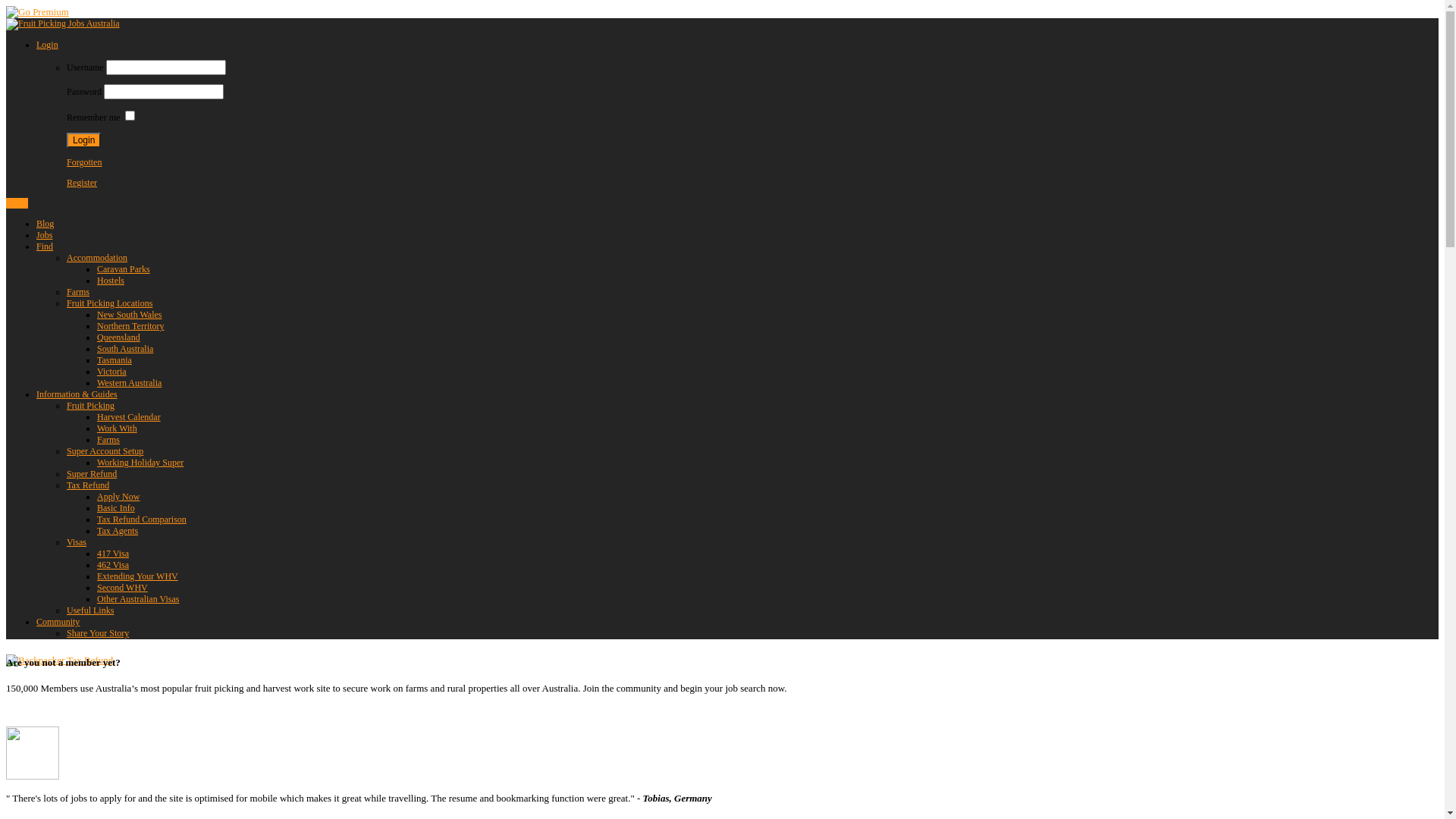  I want to click on 'Information & Guides', so click(76, 394).